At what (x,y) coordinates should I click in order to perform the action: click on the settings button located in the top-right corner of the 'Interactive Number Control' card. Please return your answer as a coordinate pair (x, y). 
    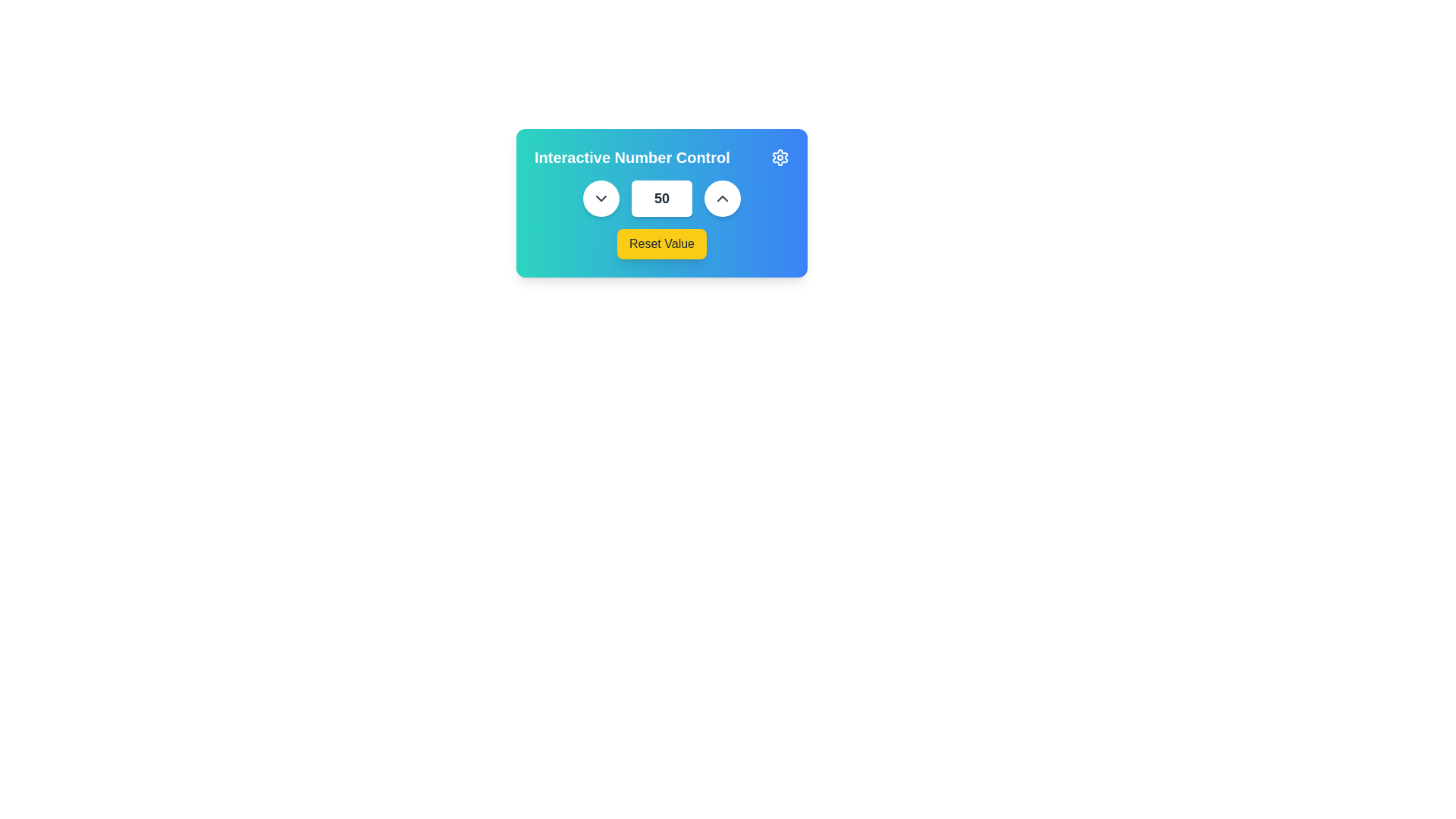
    Looking at the image, I should click on (780, 158).